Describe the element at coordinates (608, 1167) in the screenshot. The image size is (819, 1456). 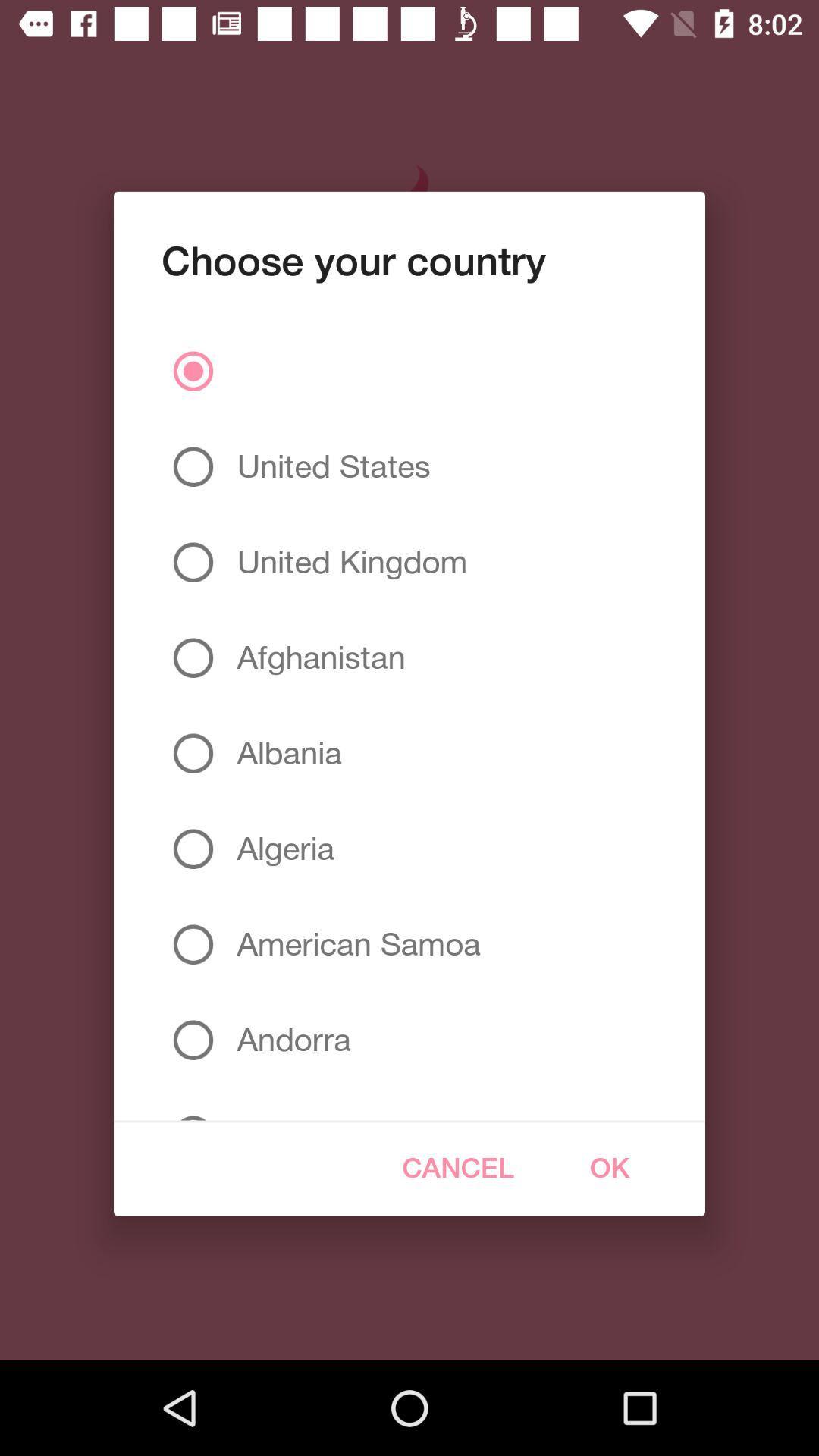
I see `icon to the right of cancel icon` at that location.